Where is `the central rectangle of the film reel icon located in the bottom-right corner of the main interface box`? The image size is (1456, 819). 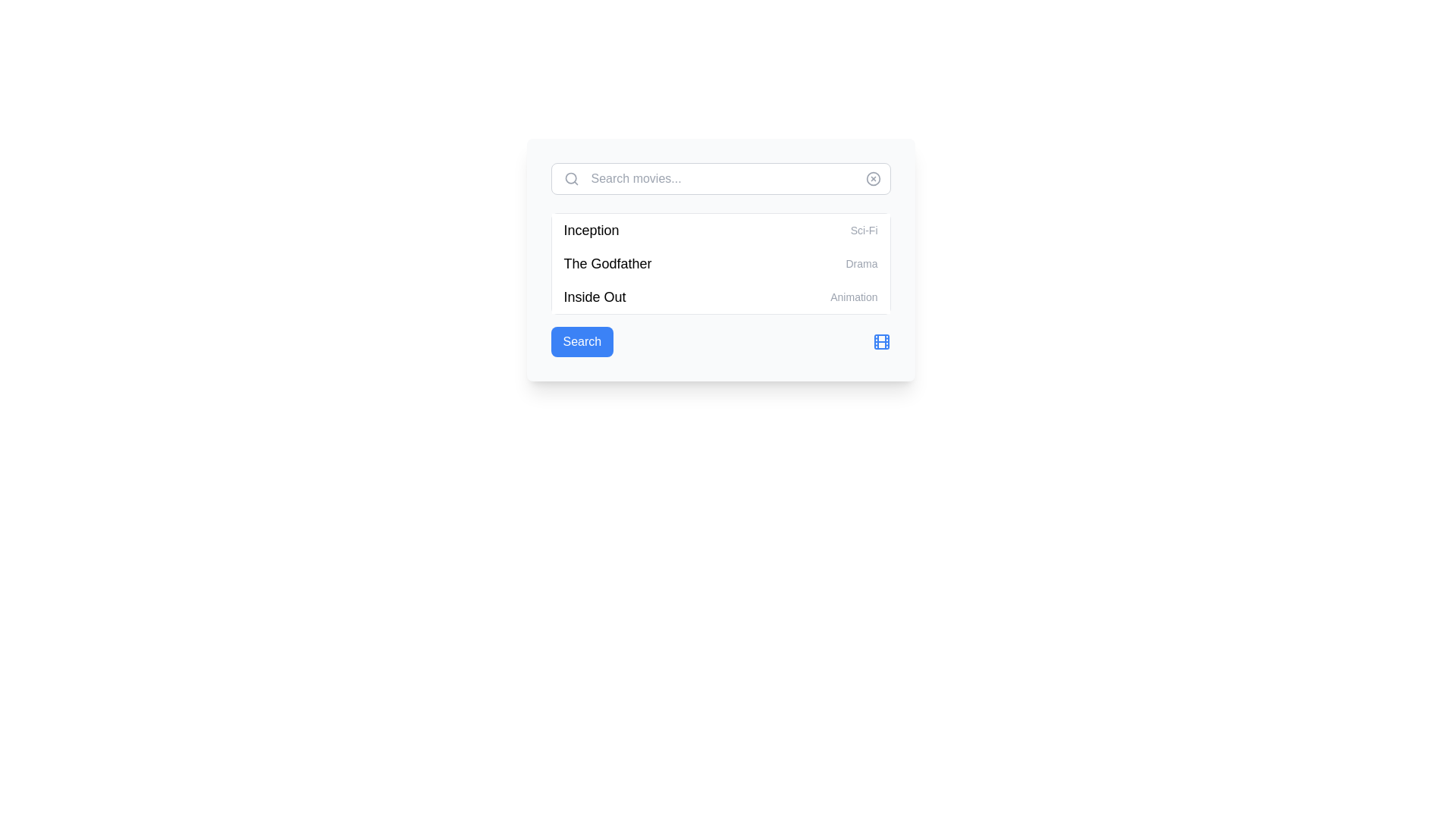 the central rectangle of the film reel icon located in the bottom-right corner of the main interface box is located at coordinates (881, 342).